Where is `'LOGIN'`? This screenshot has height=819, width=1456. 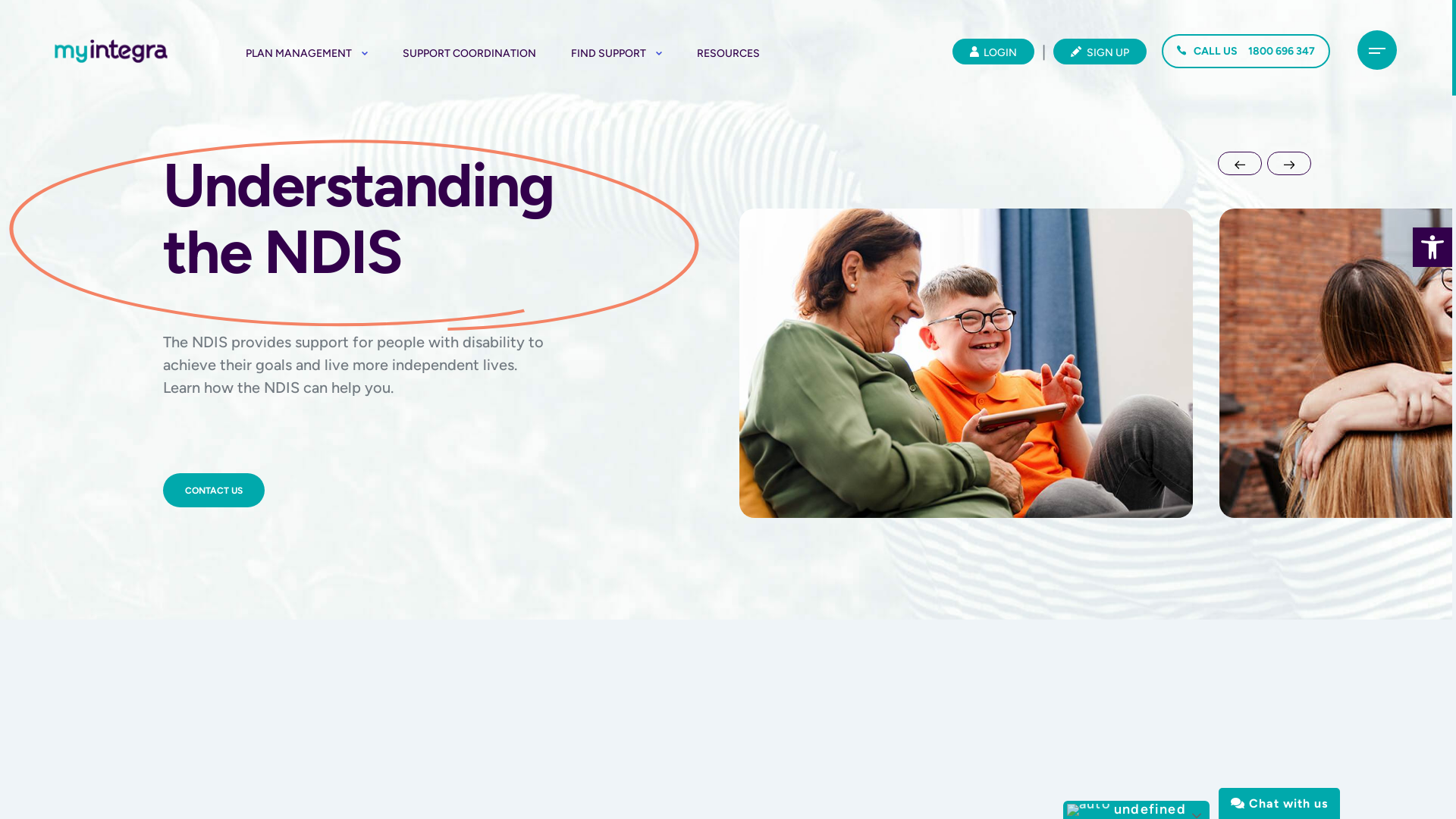 'LOGIN' is located at coordinates (993, 51).